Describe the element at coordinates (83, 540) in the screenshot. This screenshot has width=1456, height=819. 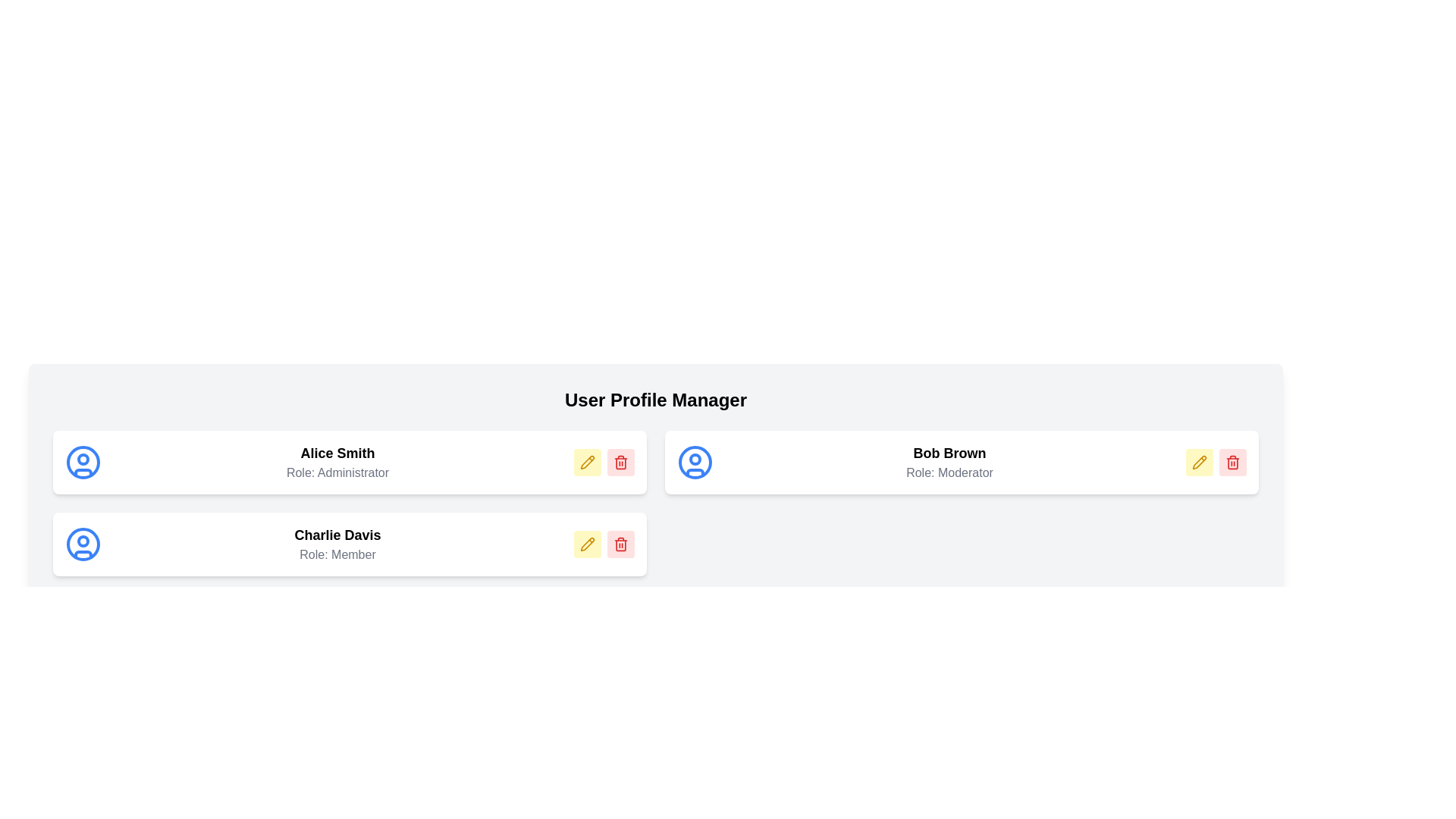
I see `the small circular graphic with a blue outline and white fill, representing the user profile of Charlie Davis, located in the central part of the user icon` at that location.